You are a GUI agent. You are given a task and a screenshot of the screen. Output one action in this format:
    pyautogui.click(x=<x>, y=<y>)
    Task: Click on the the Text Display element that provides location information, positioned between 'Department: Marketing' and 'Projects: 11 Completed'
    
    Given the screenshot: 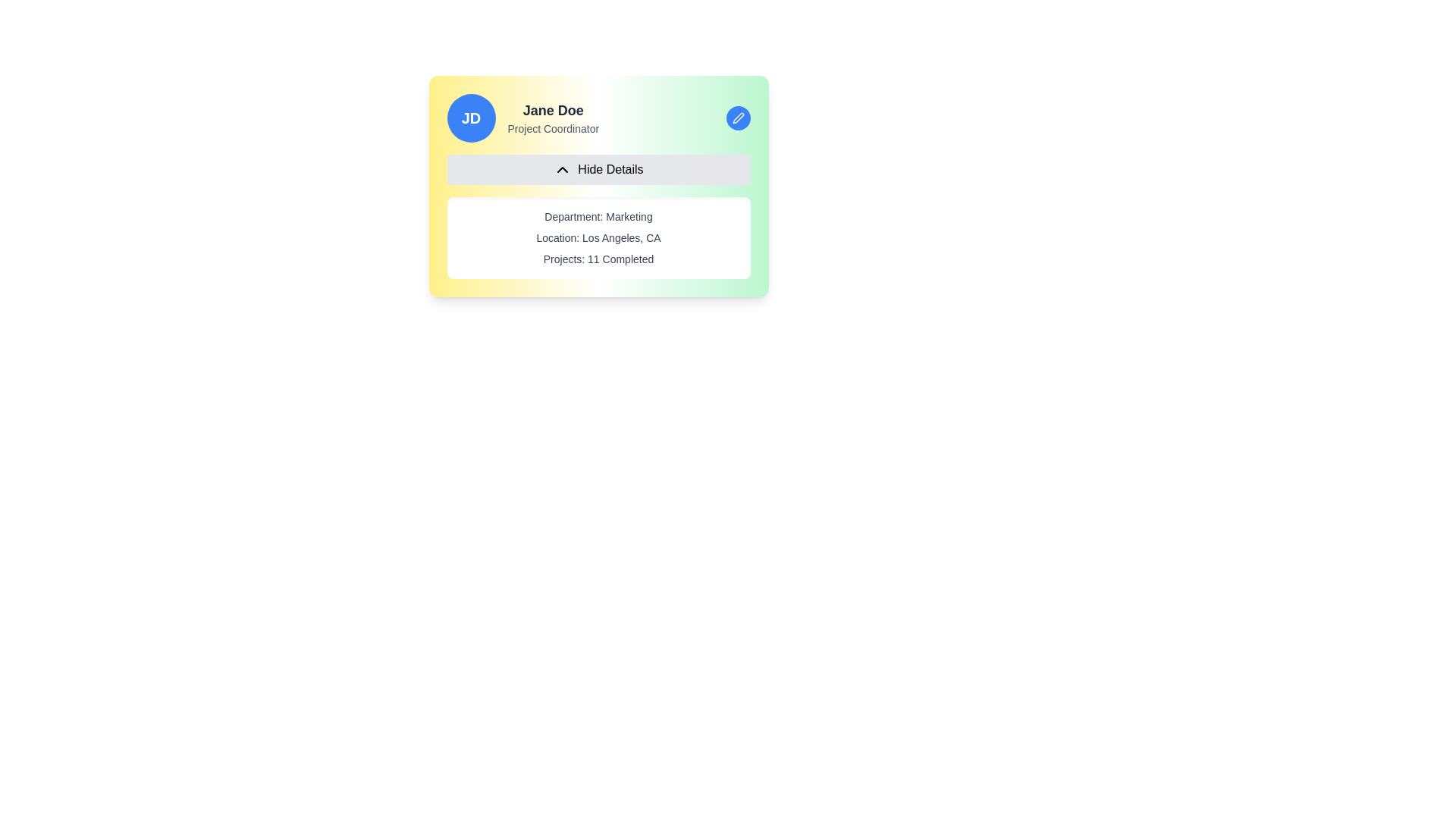 What is the action you would take?
    pyautogui.click(x=598, y=237)
    